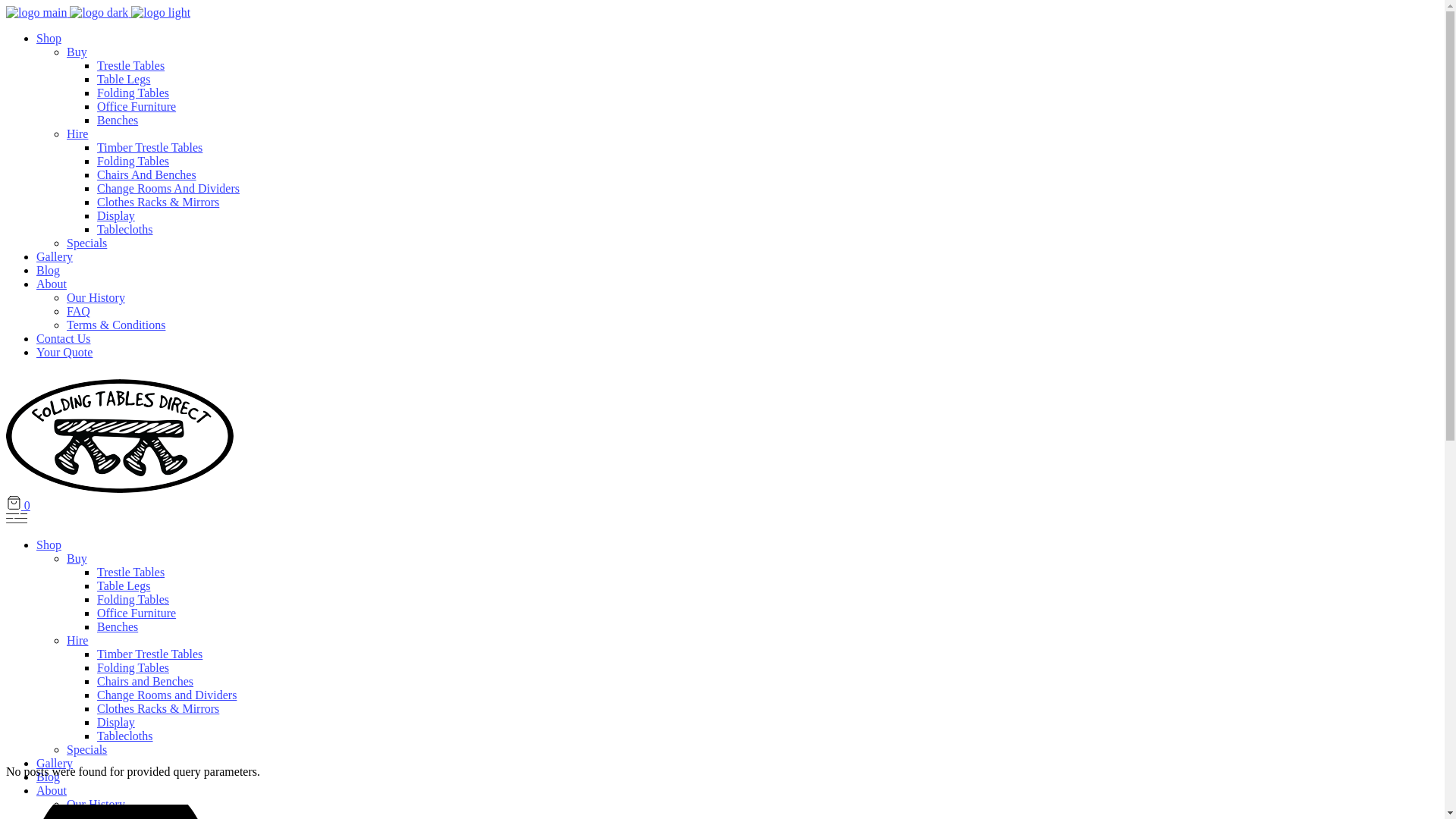 This screenshot has height=819, width=1456. What do you see at coordinates (64, 352) in the screenshot?
I see `'Your Quote'` at bounding box center [64, 352].